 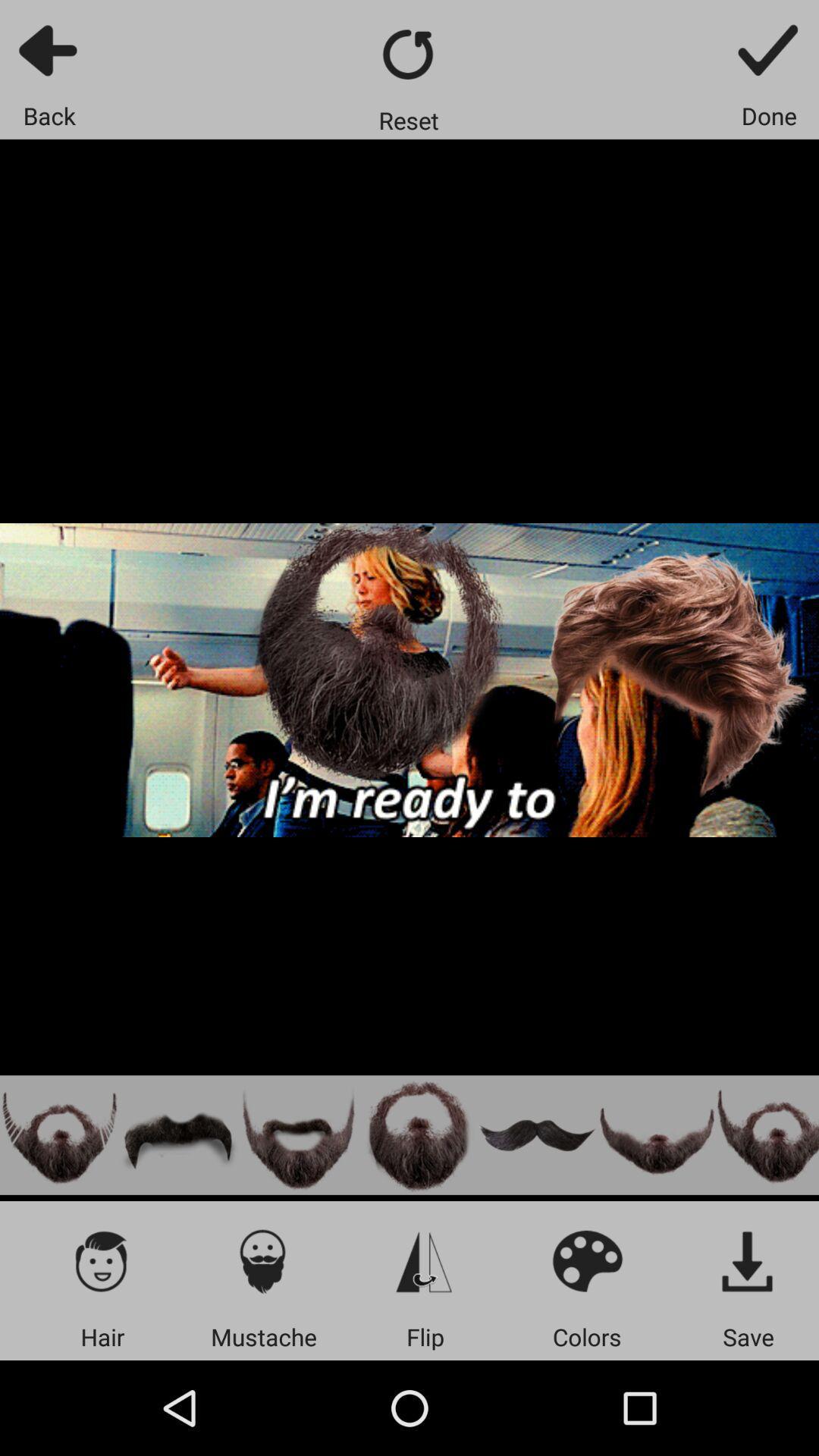 What do you see at coordinates (262, 1260) in the screenshot?
I see `mustache` at bounding box center [262, 1260].